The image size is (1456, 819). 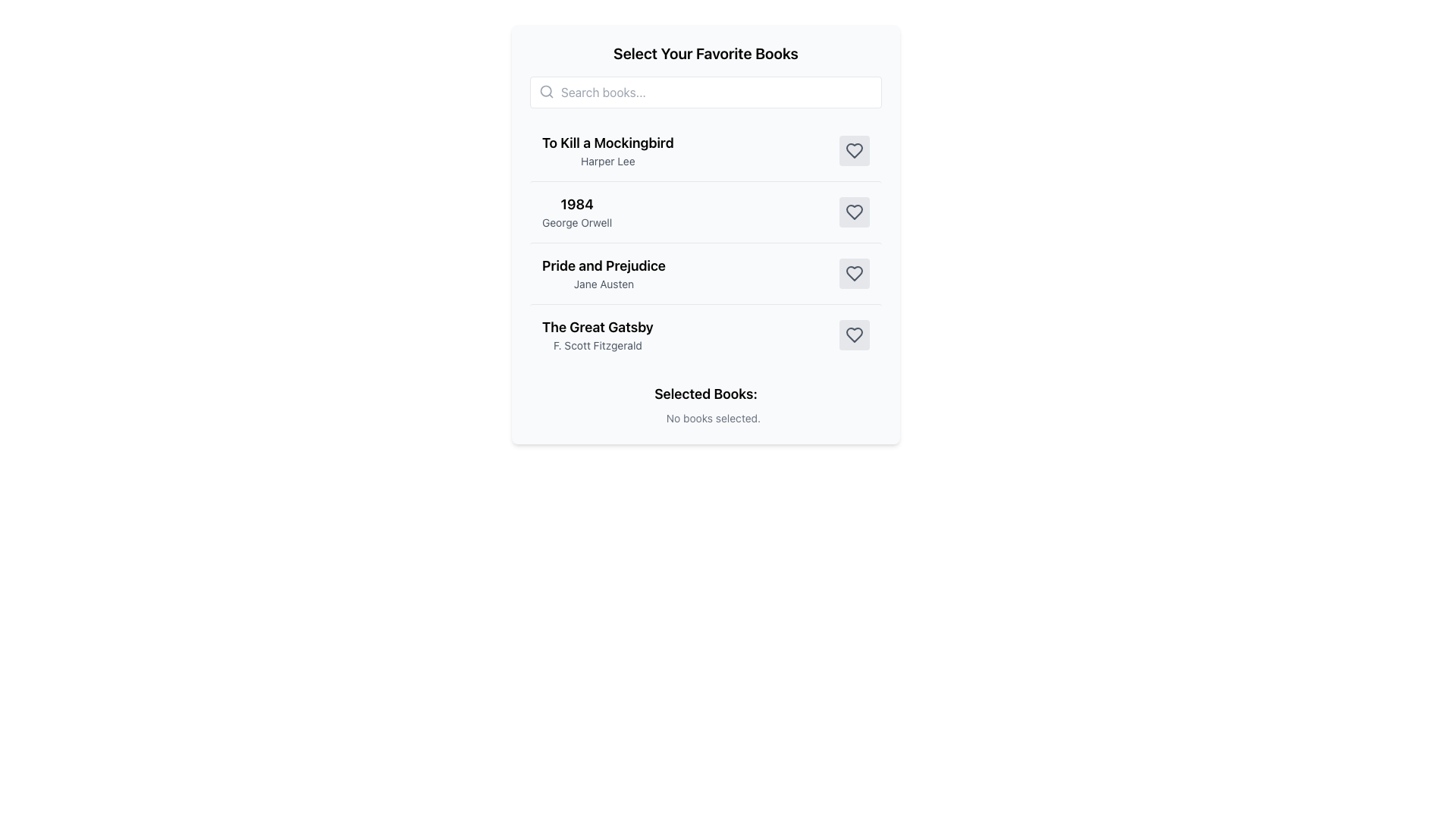 I want to click on the heart-shaped icon associated with the book '1984' by George Orwell, so click(x=855, y=212).